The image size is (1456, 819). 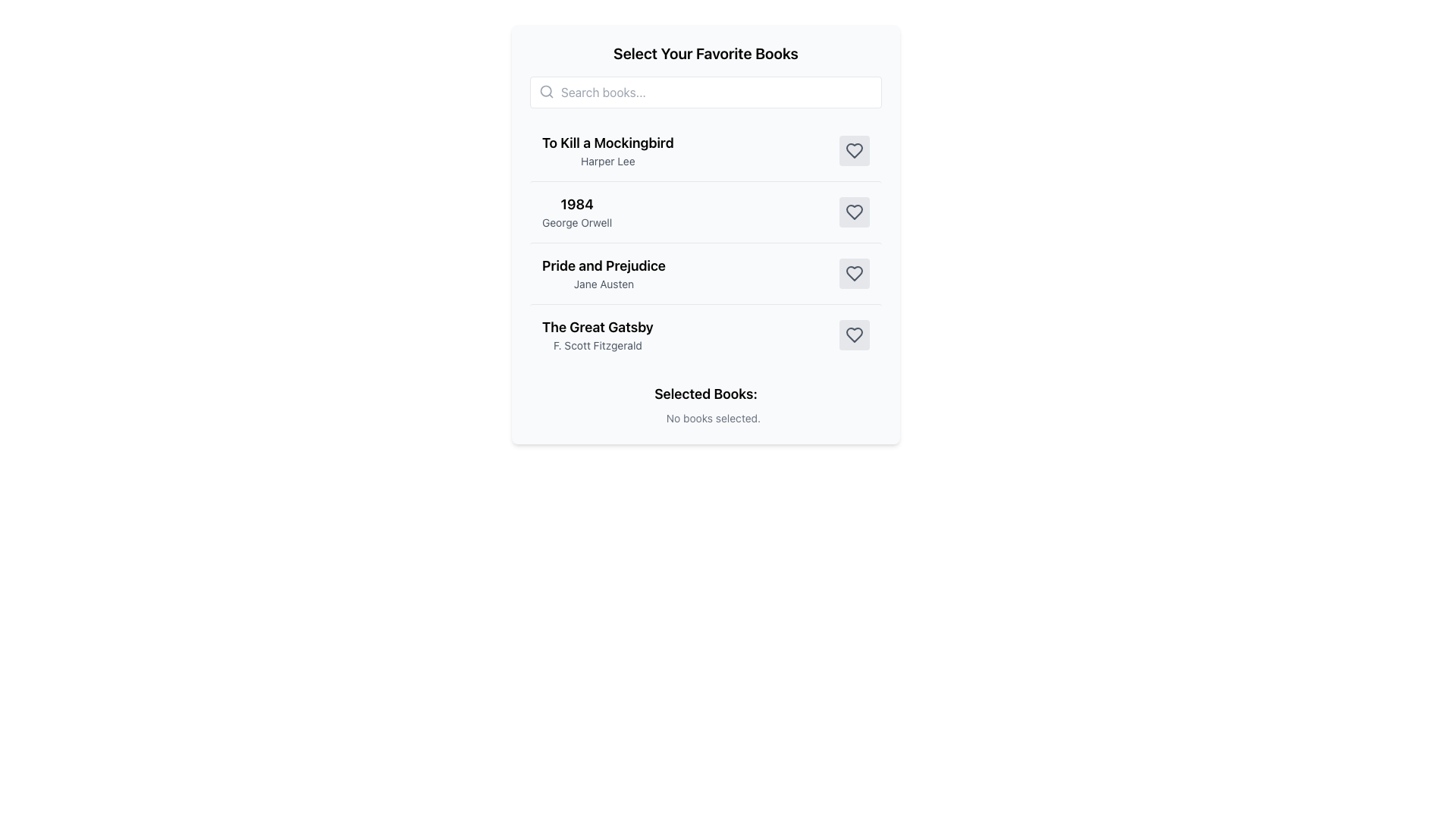 I want to click on the heart-shaped icon associated with the book '1984' by George Orwell, so click(x=855, y=212).